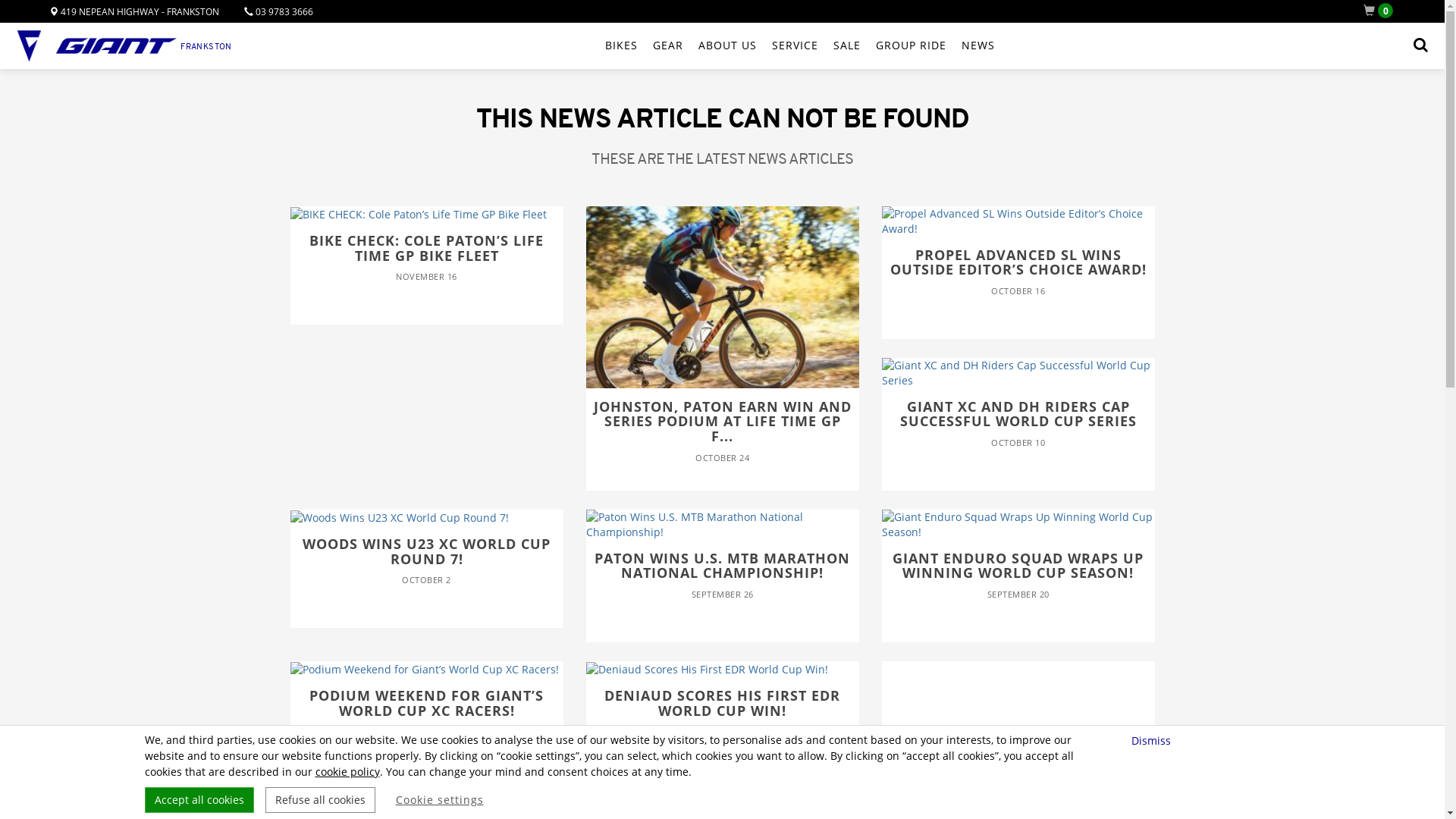  Describe the element at coordinates (720, 713) in the screenshot. I see `'DENIAUD SCORES HIS FIRST EDR WORLD CUP WIN!` at that location.